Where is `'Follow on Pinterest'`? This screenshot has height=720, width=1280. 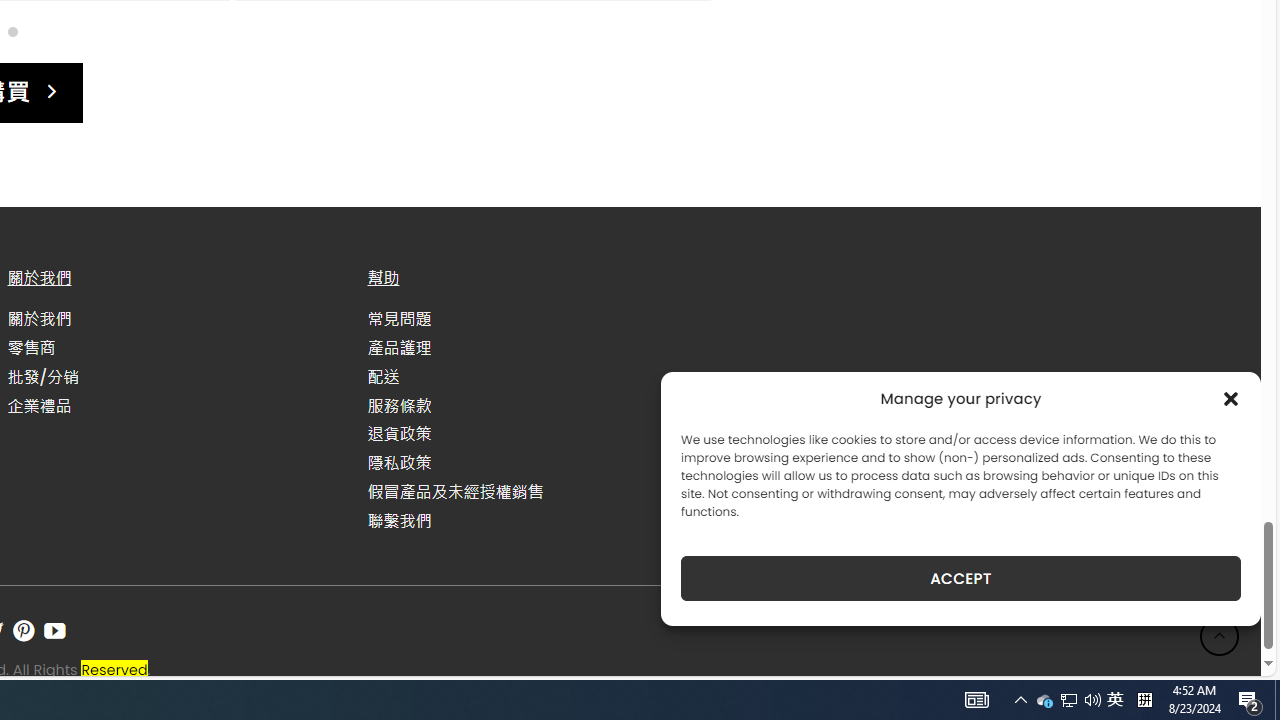 'Follow on Pinterest' is located at coordinates (23, 631).